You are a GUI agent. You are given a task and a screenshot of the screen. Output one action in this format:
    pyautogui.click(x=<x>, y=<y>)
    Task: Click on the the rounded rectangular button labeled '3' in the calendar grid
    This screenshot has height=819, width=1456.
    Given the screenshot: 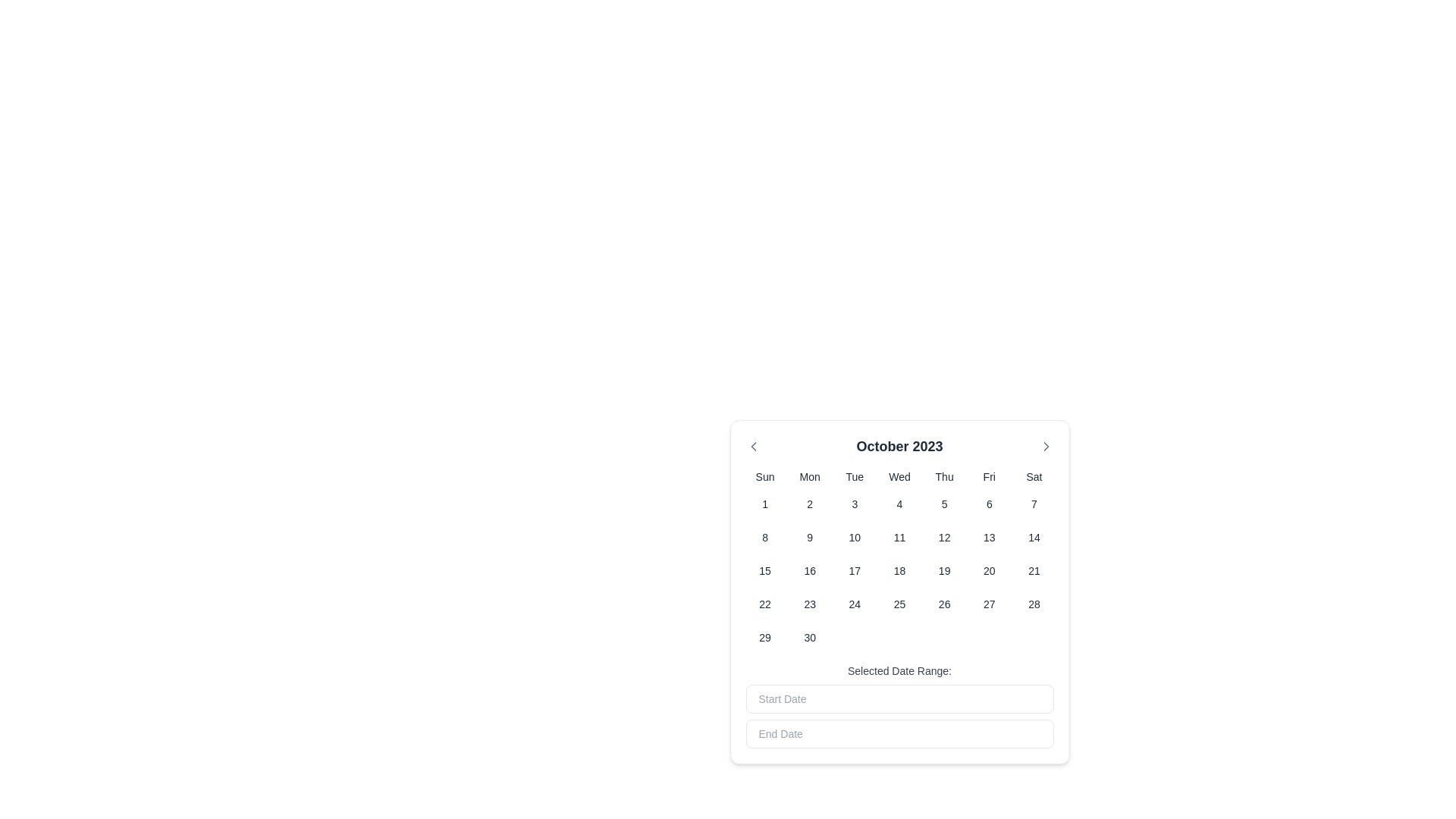 What is the action you would take?
    pyautogui.click(x=855, y=504)
    